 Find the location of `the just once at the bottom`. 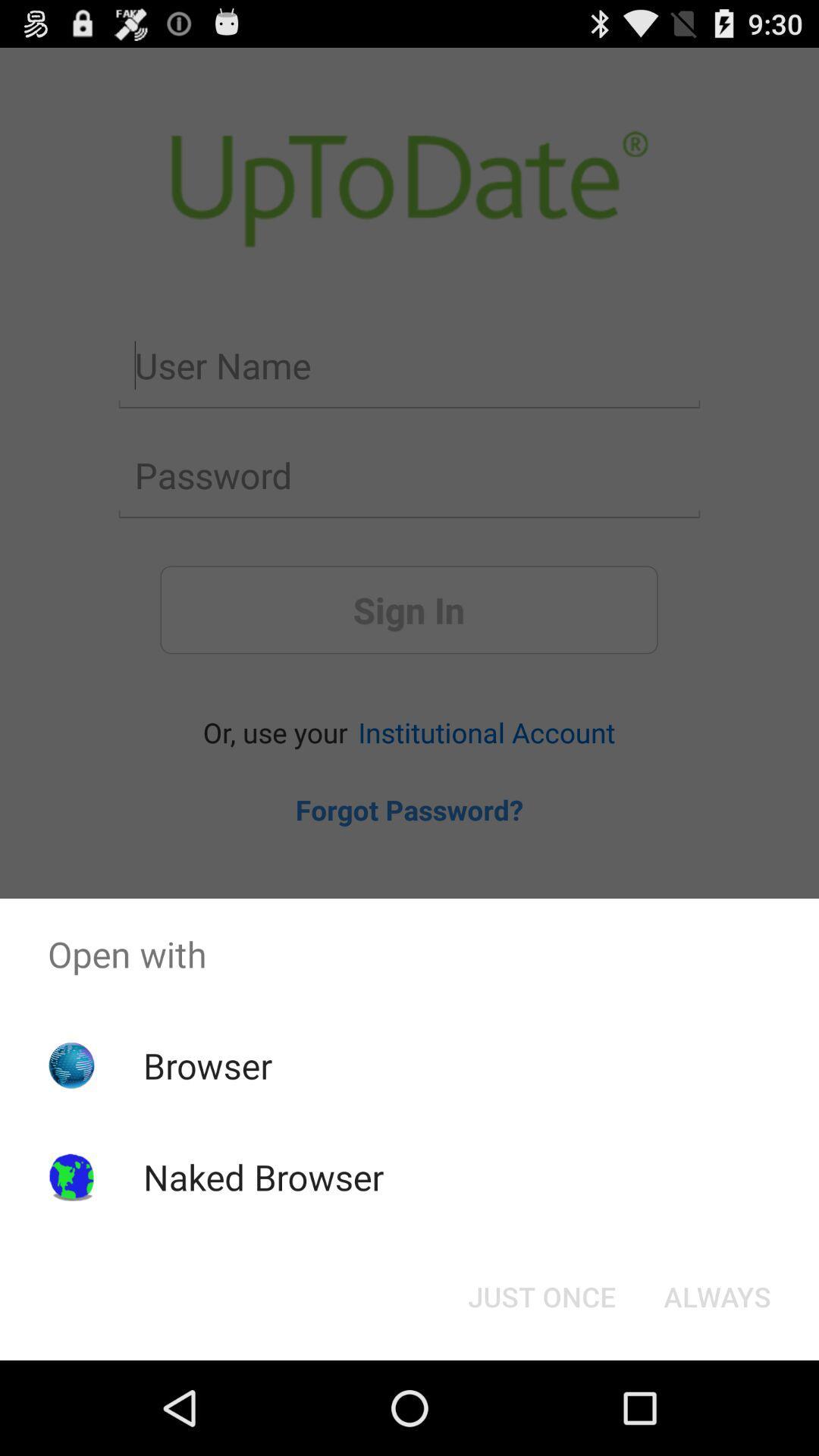

the just once at the bottom is located at coordinates (541, 1295).